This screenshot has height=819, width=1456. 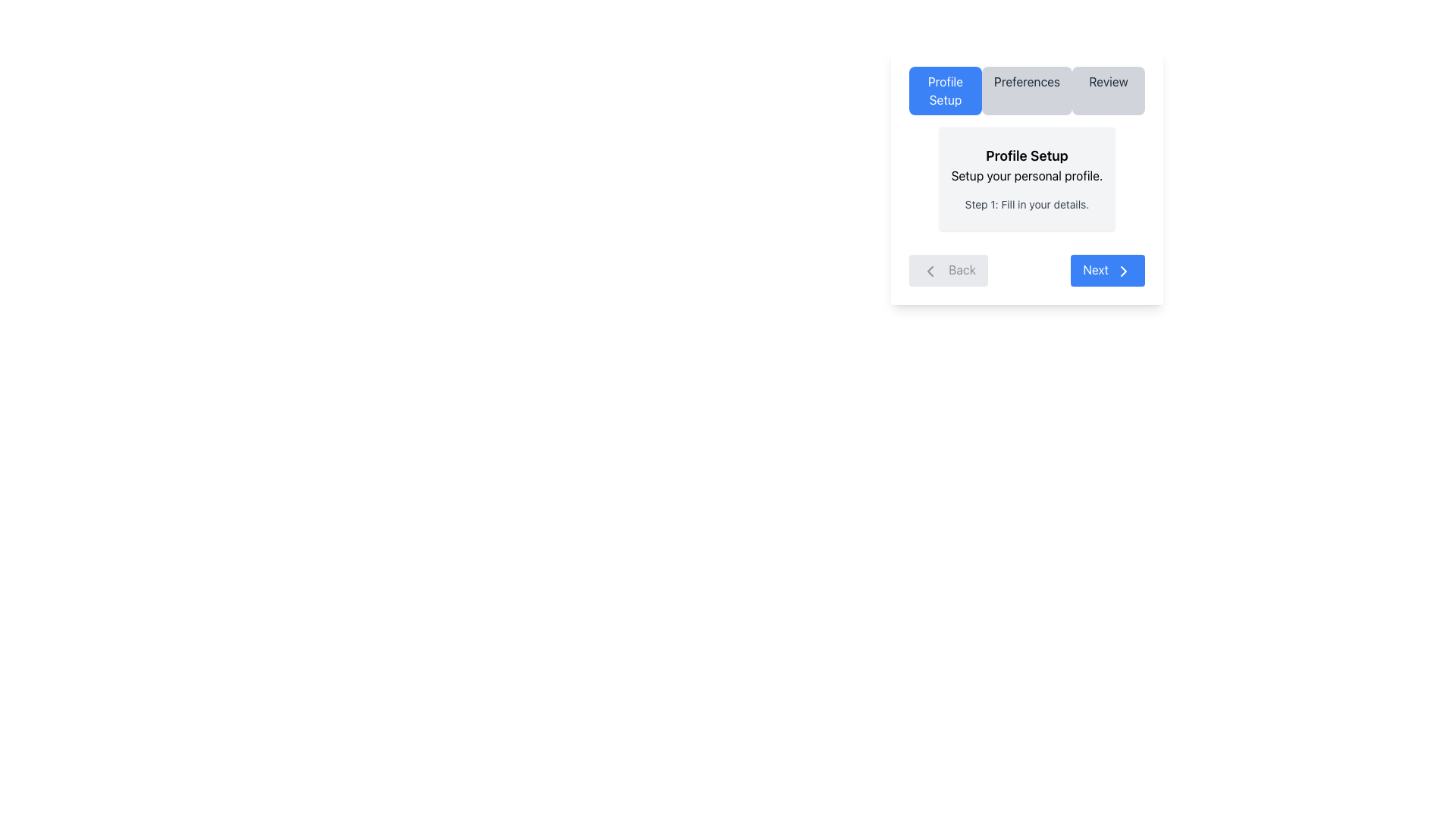 What do you see at coordinates (1027, 174) in the screenshot?
I see `the static text element that provides context or instruction about the profile setup process, located on the card titled 'Profile Setup', between the title and the step description 'Step 1: Fill in your details'` at bounding box center [1027, 174].